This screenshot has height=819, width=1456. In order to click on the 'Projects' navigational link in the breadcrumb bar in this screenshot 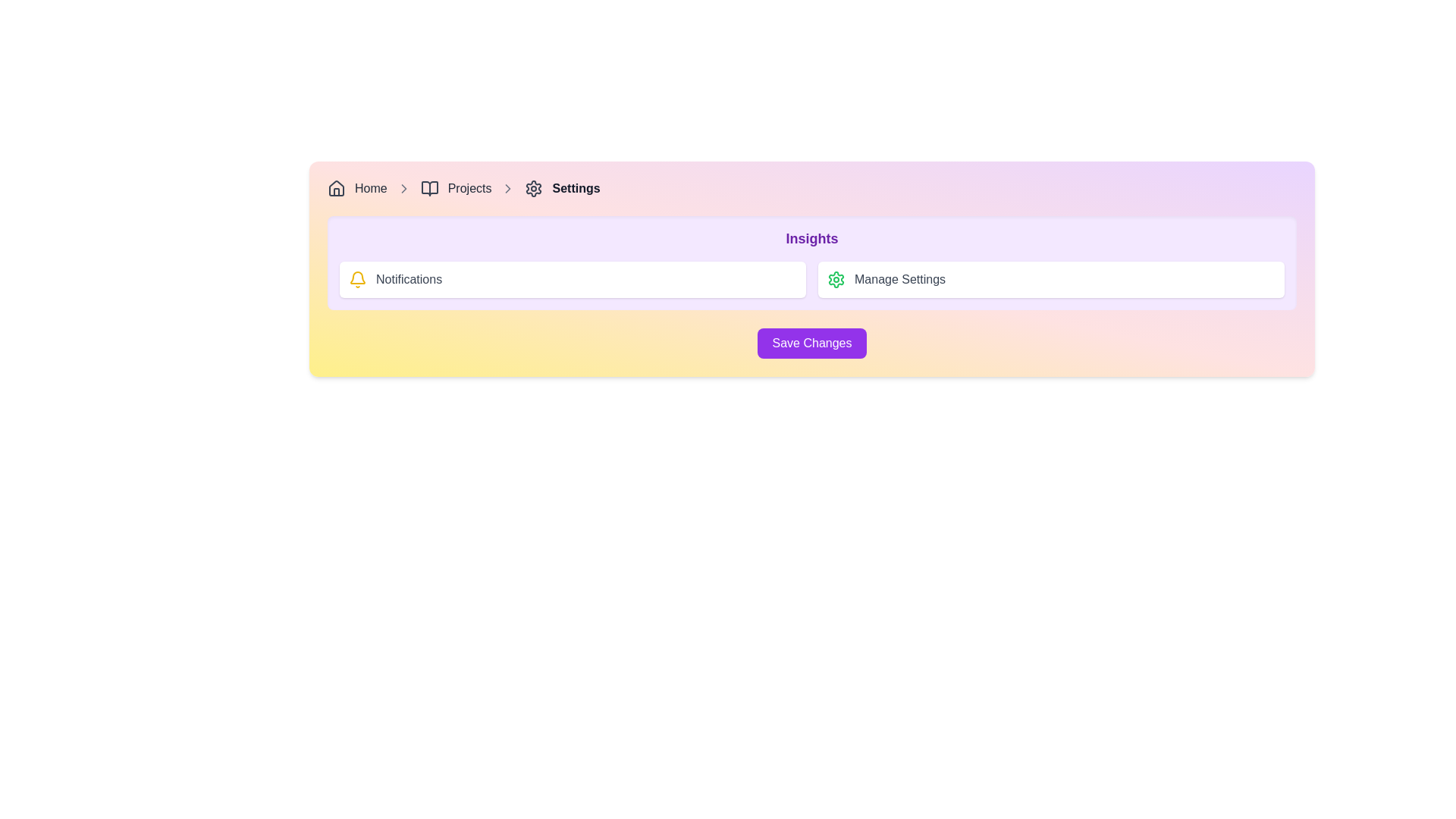, I will do `click(469, 188)`.